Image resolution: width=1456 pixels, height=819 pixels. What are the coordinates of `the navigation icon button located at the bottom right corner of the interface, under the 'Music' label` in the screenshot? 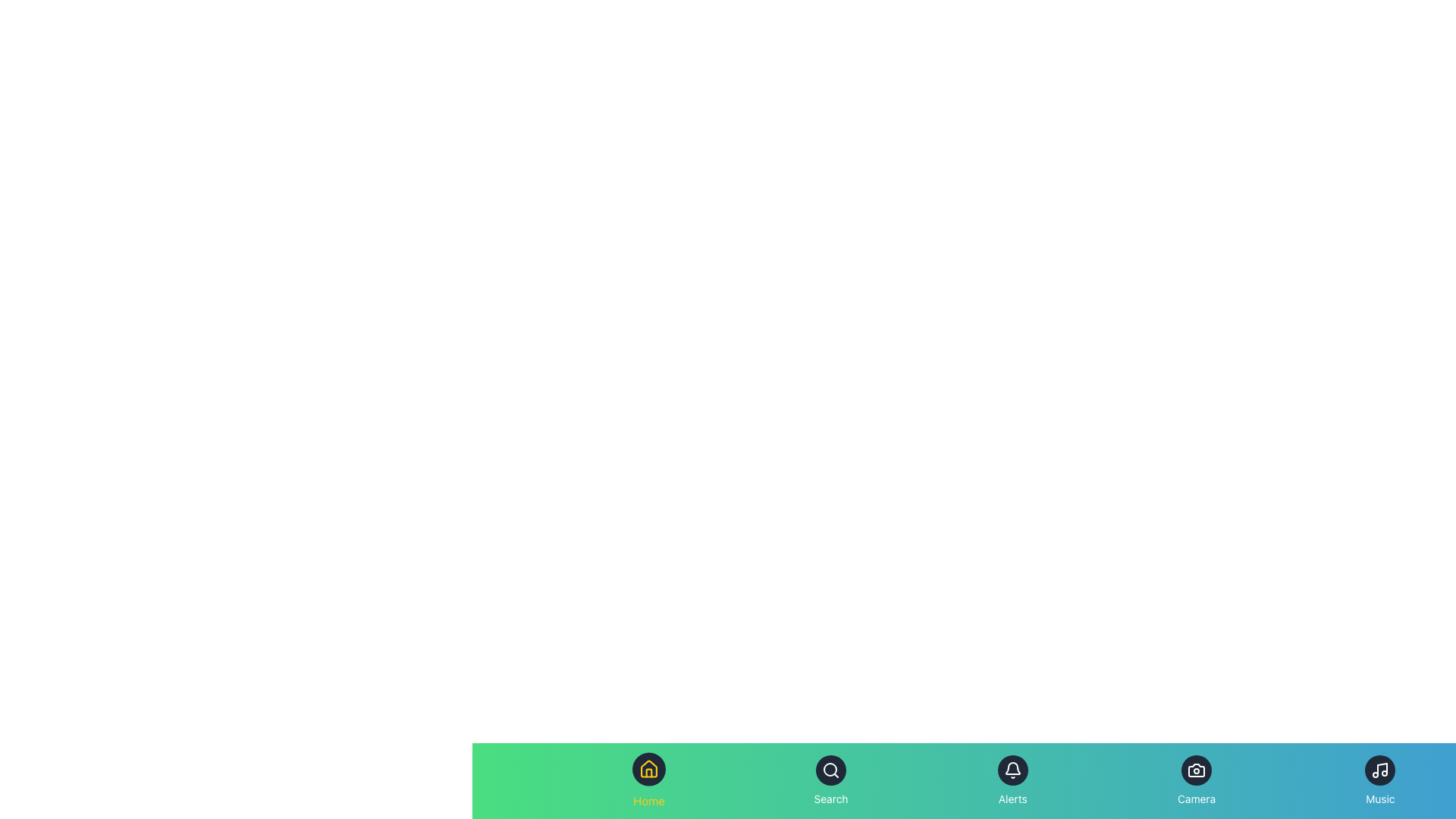 It's located at (1380, 770).